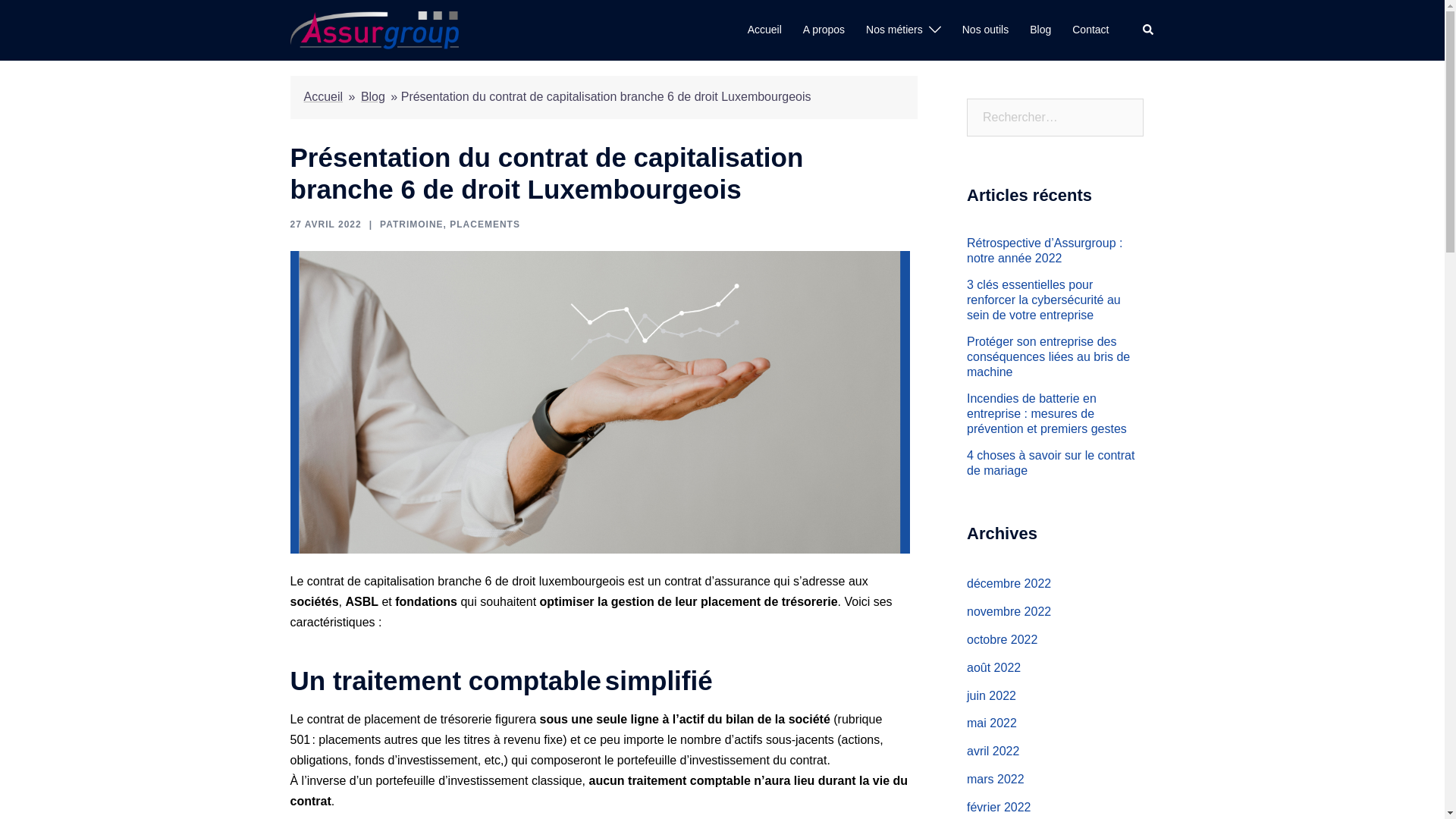 Image resolution: width=1456 pixels, height=819 pixels. I want to click on 'PLACEMENTS', so click(449, 224).